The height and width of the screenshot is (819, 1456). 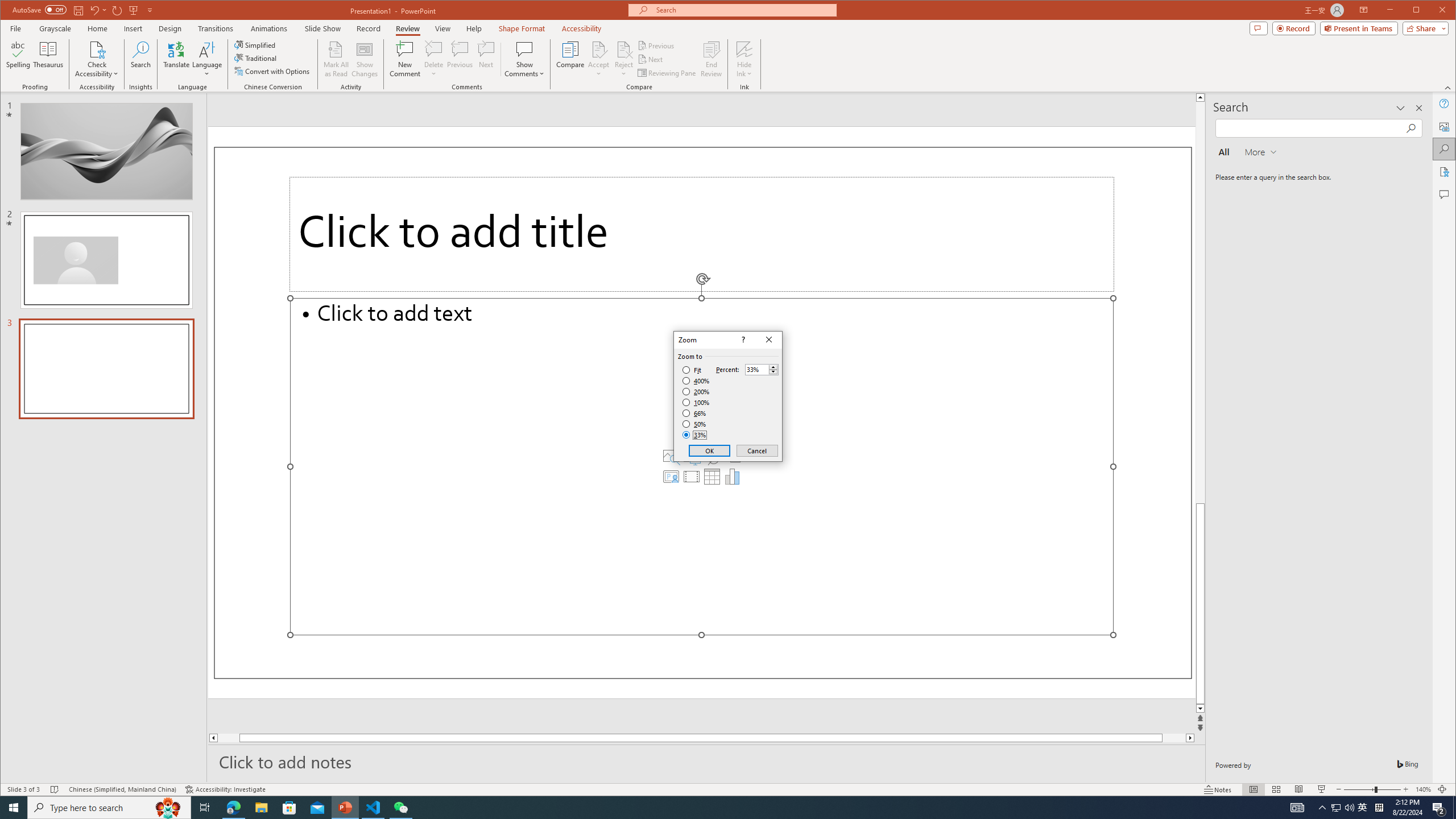 I want to click on 'New Comment', so click(x=405, y=59).